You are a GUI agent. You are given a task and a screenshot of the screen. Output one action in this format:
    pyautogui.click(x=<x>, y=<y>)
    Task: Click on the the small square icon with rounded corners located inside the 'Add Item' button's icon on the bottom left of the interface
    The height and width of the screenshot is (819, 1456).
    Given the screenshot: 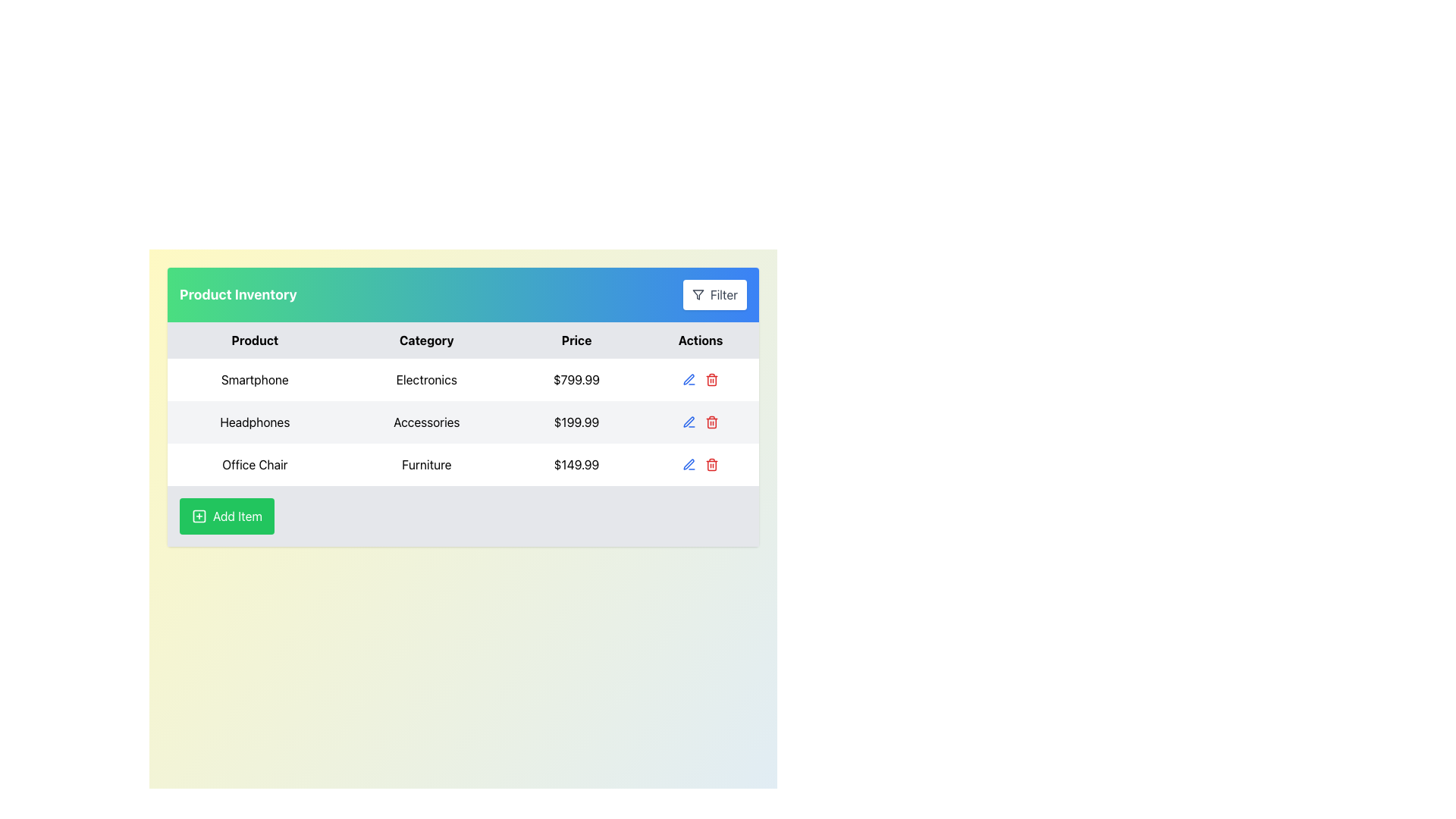 What is the action you would take?
    pyautogui.click(x=199, y=516)
    